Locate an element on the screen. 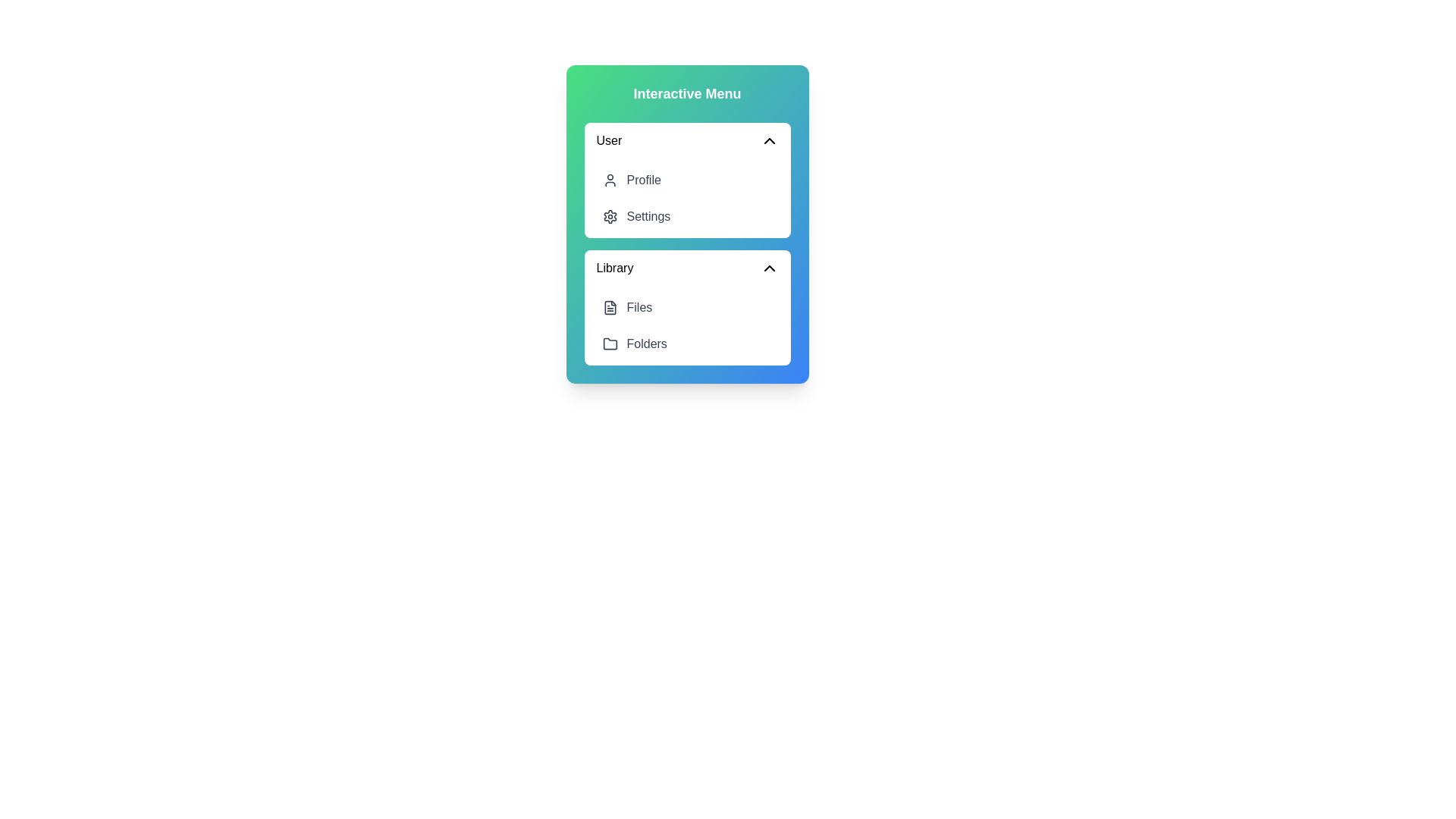 The height and width of the screenshot is (819, 1456). the menu item Folders to observe its hover style is located at coordinates (686, 344).